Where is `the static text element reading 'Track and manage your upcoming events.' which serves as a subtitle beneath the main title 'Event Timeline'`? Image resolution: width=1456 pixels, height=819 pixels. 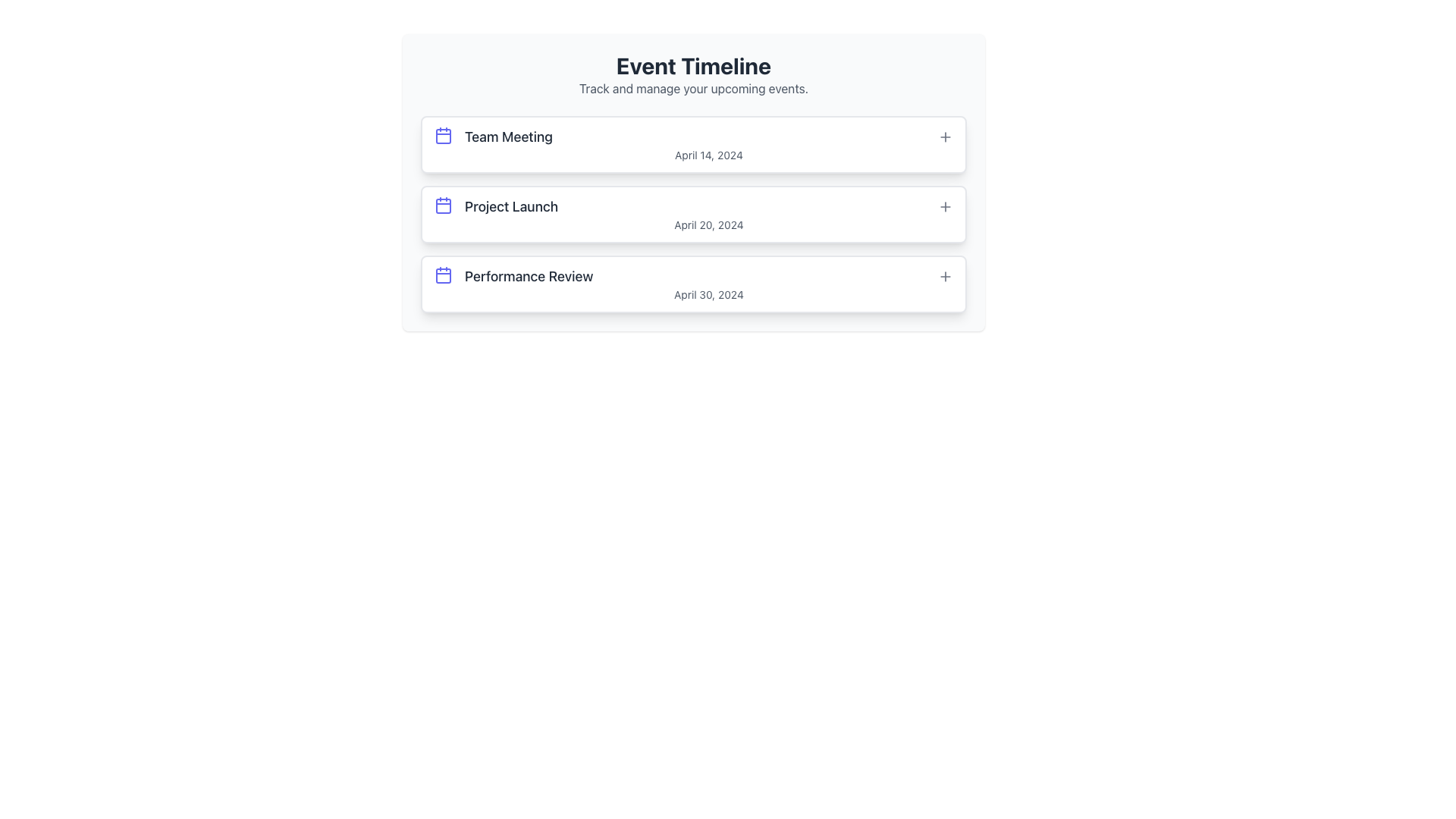
the static text element reading 'Track and manage your upcoming events.' which serves as a subtitle beneath the main title 'Event Timeline' is located at coordinates (693, 88).